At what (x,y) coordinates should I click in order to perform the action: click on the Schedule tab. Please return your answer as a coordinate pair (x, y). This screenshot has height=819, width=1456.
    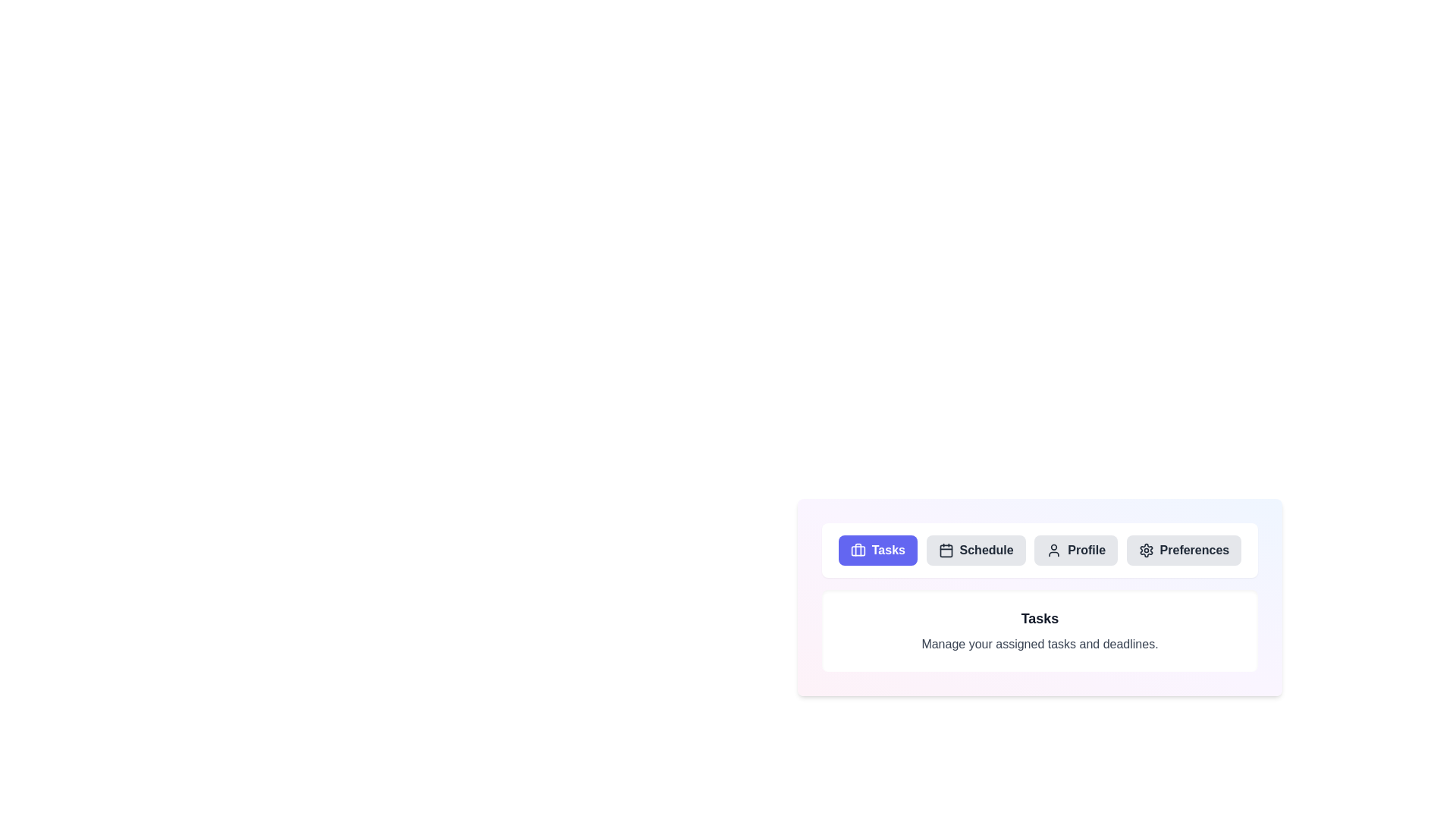
    Looking at the image, I should click on (976, 550).